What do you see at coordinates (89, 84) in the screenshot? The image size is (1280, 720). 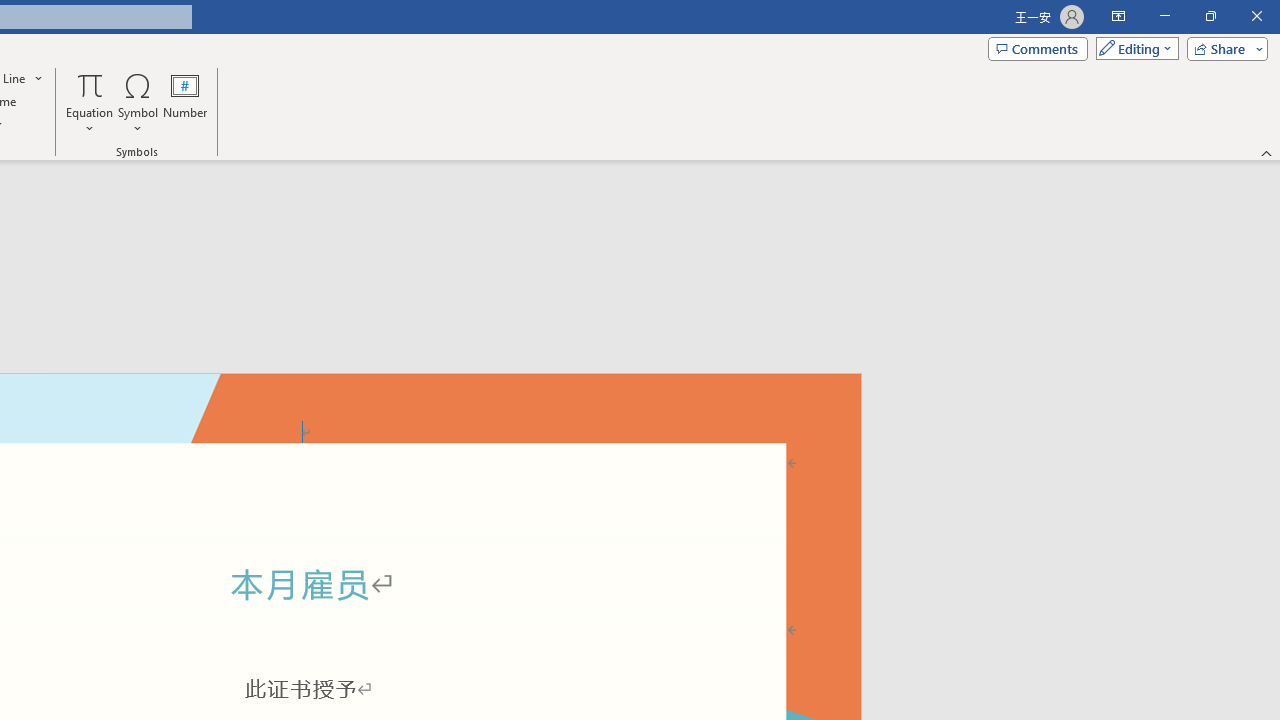 I see `'Equation'` at bounding box center [89, 84].